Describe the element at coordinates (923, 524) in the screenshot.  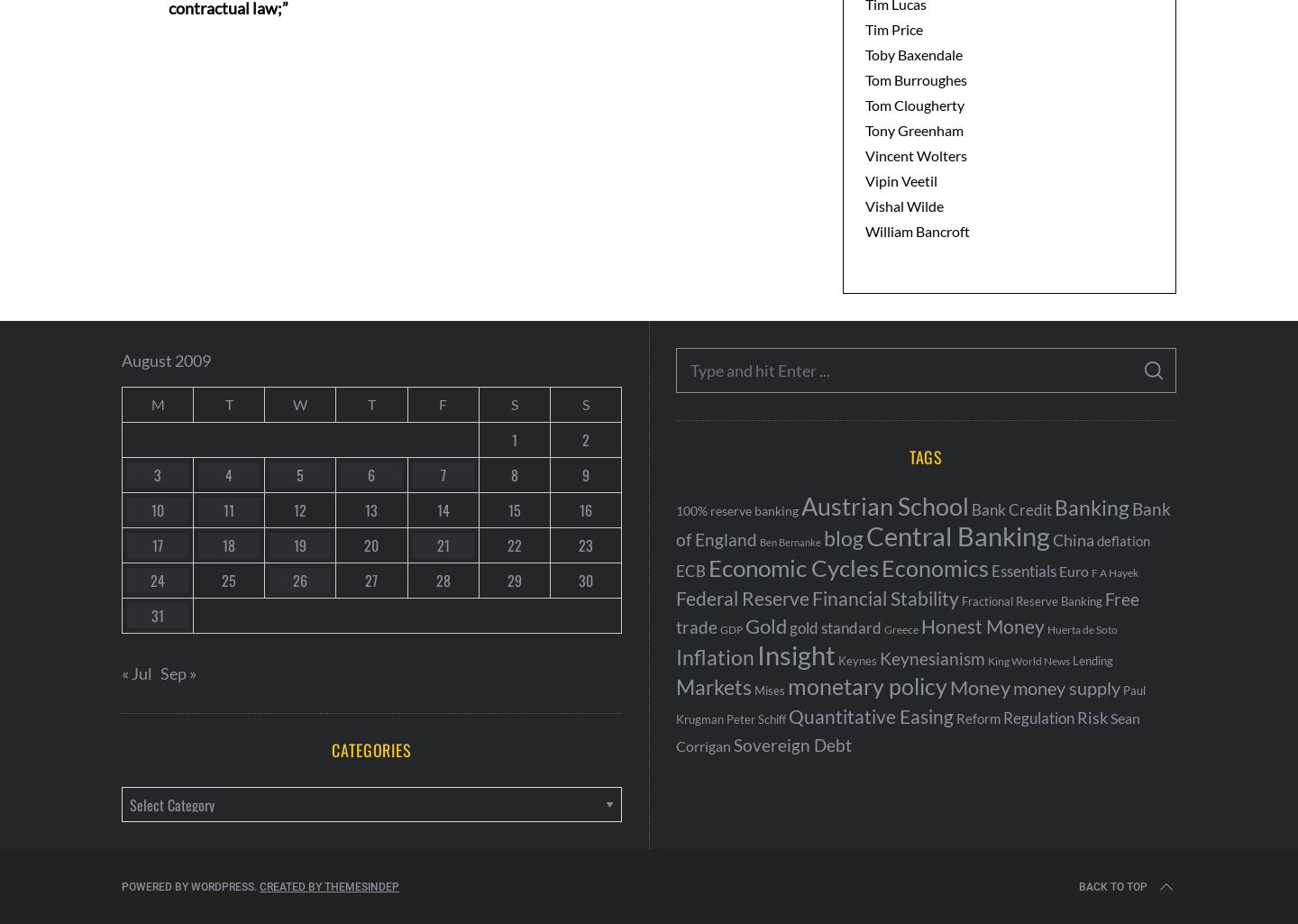
I see `'Bank of England'` at that location.